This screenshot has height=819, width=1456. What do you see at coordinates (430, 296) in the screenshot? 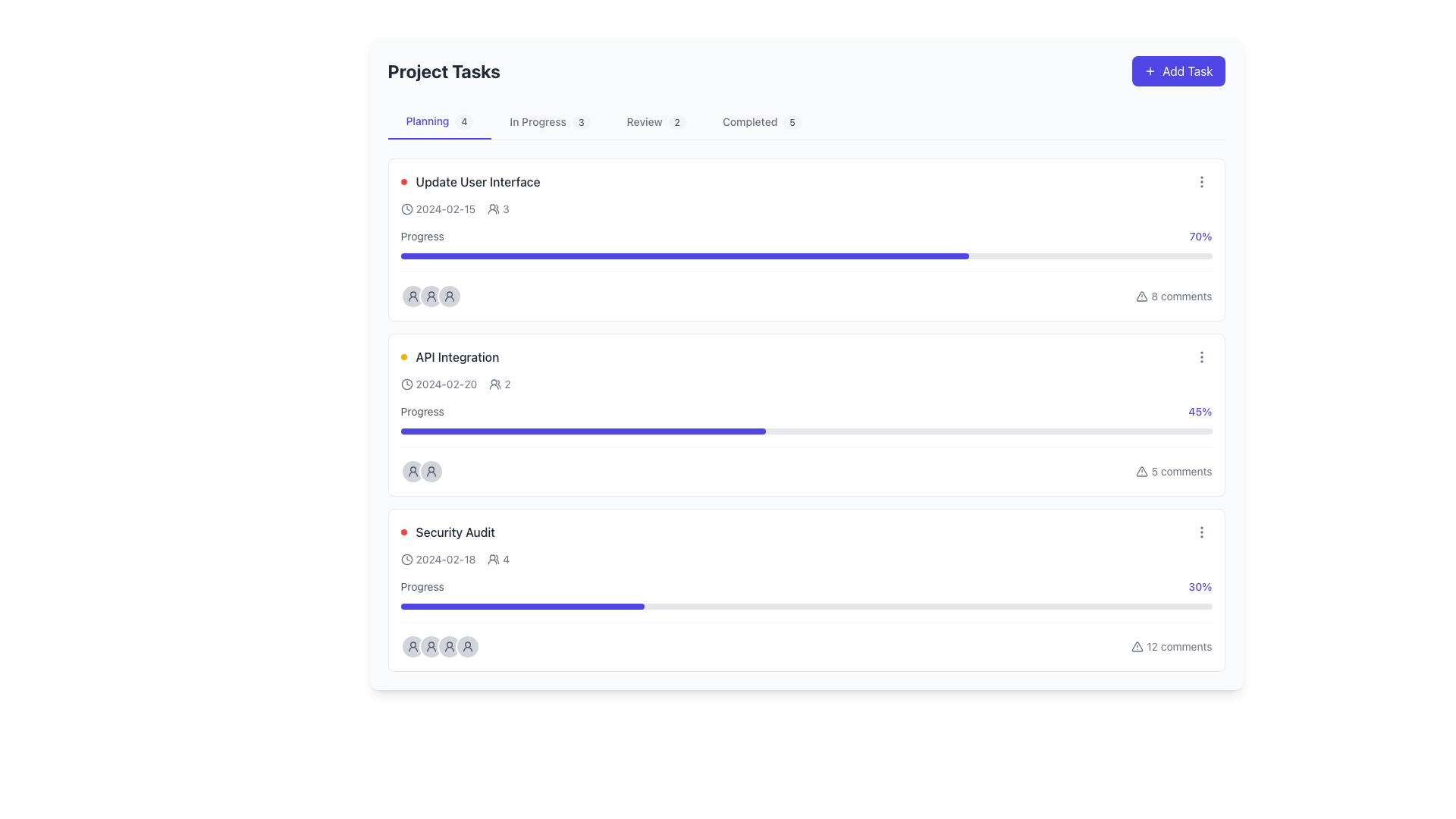
I see `the second circular user avatar component under the 'Update User Interface' task card in the 'Planning' section of the Project Tasks interface` at bounding box center [430, 296].